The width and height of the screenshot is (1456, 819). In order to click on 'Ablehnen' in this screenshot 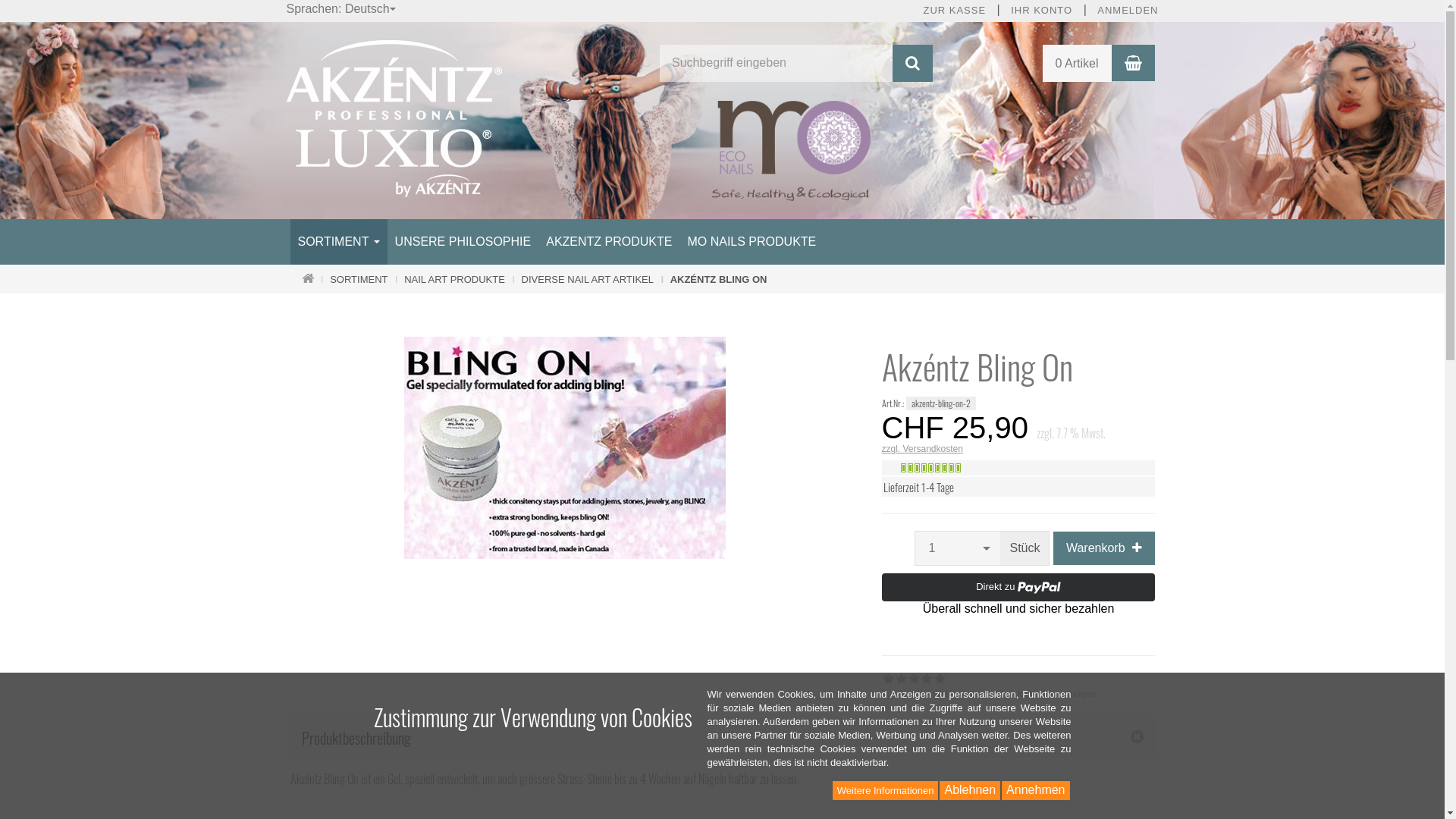, I will do `click(968, 789)`.